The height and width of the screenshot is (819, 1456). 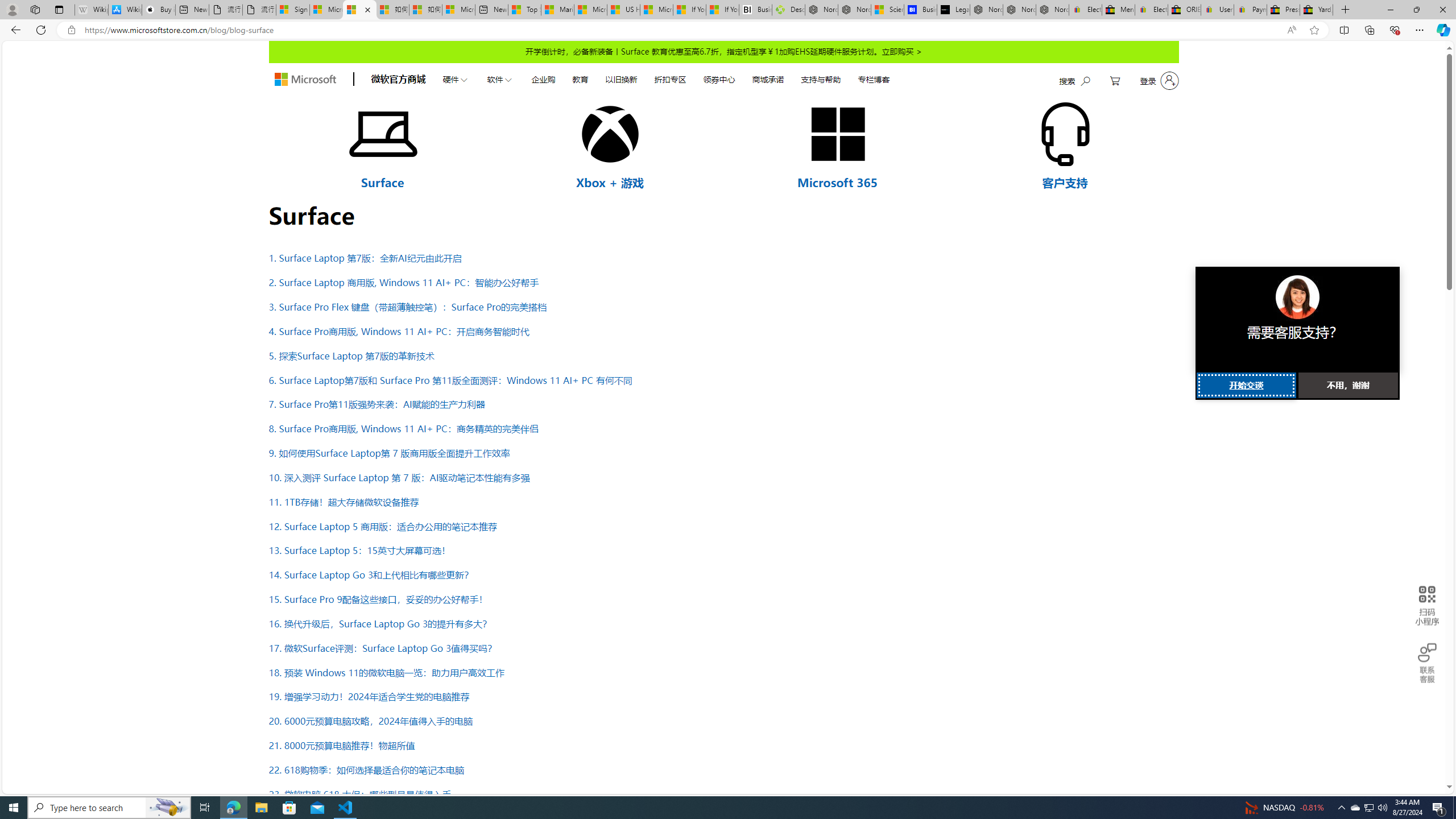 What do you see at coordinates (304, 79) in the screenshot?
I see `'store logo'` at bounding box center [304, 79].